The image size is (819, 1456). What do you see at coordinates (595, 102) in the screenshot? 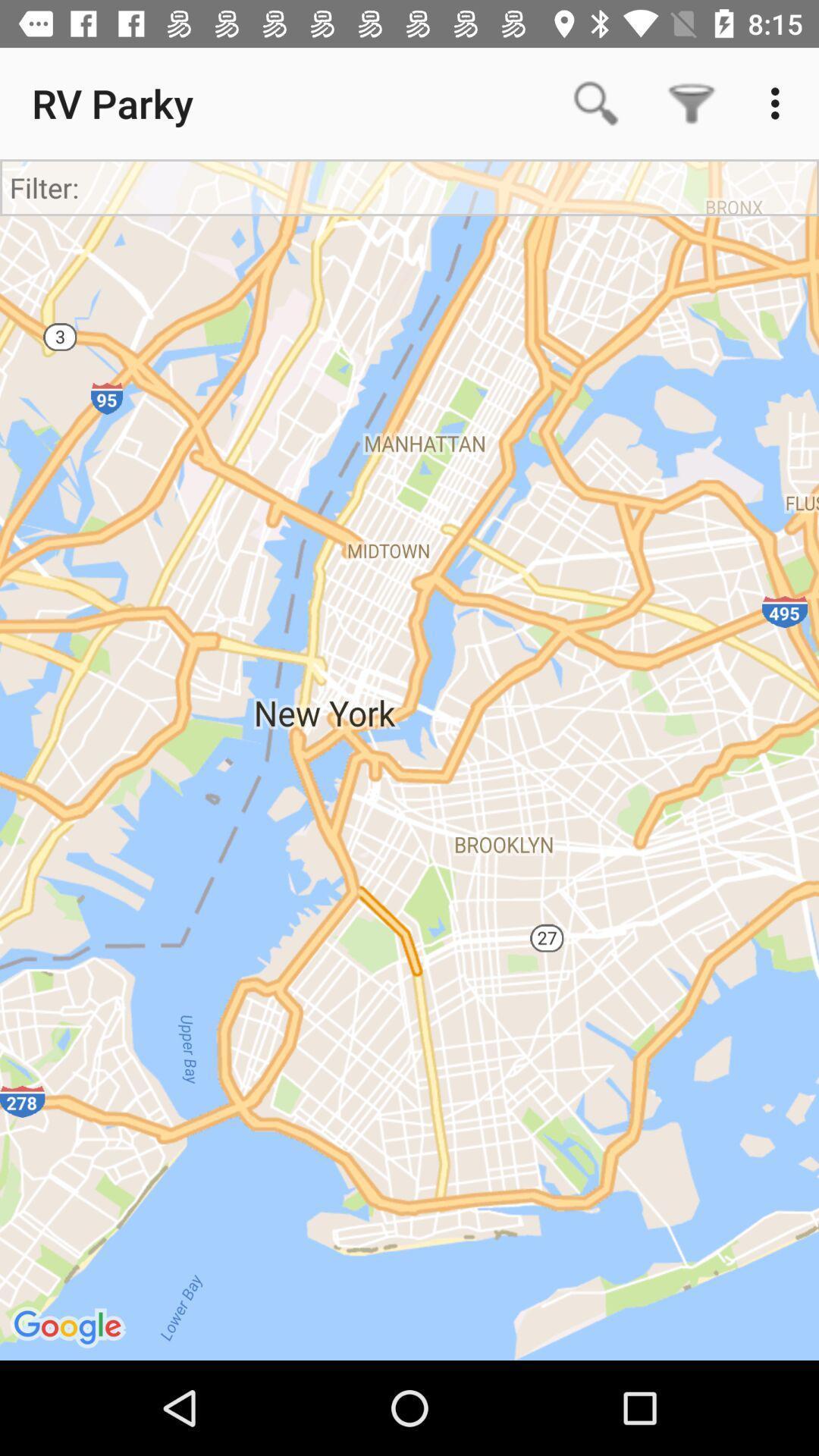
I see `app next to rv parky icon` at bounding box center [595, 102].